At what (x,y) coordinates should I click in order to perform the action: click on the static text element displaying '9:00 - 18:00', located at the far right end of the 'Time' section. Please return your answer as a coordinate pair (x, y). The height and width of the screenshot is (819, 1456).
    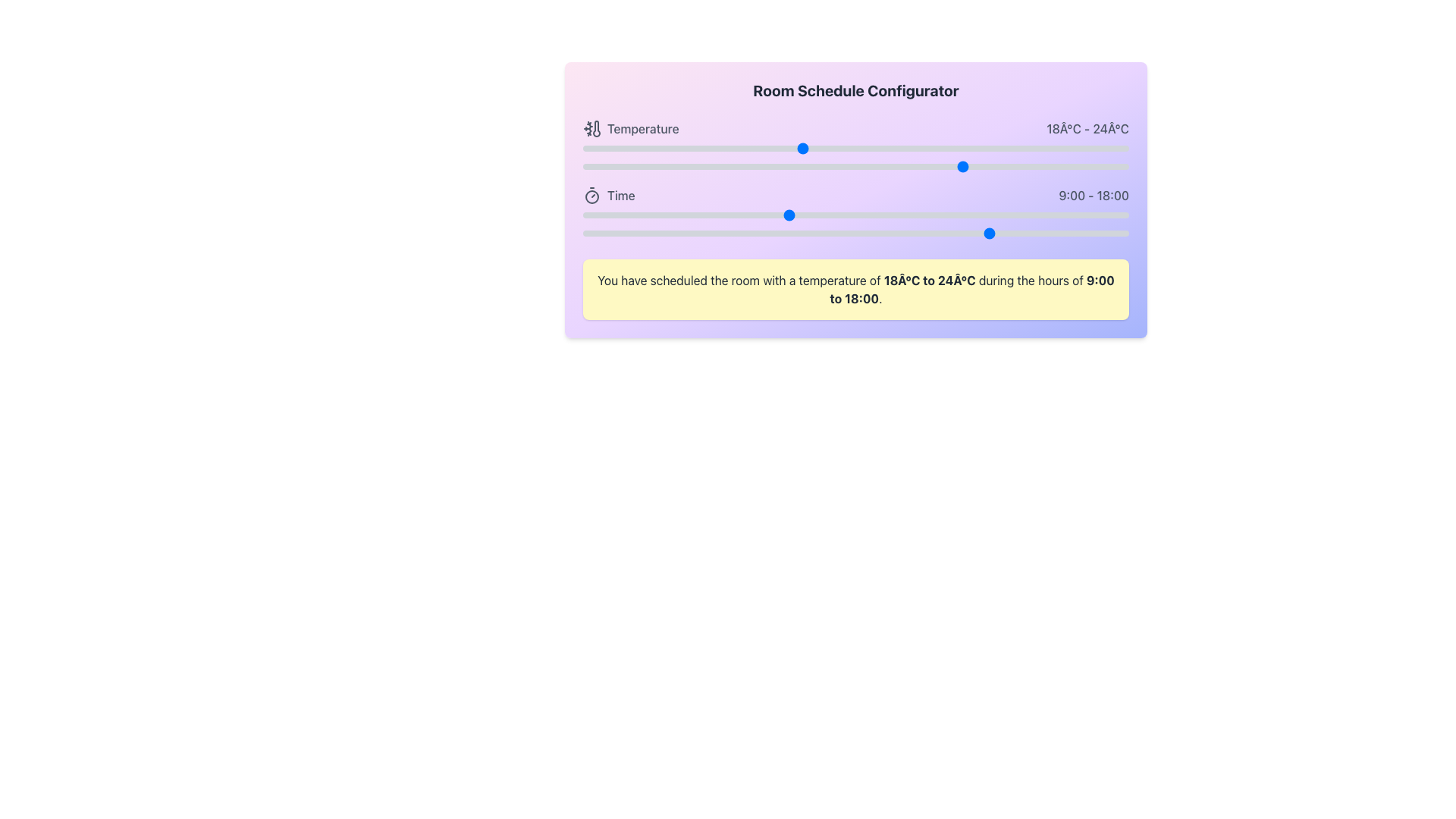
    Looking at the image, I should click on (1094, 195).